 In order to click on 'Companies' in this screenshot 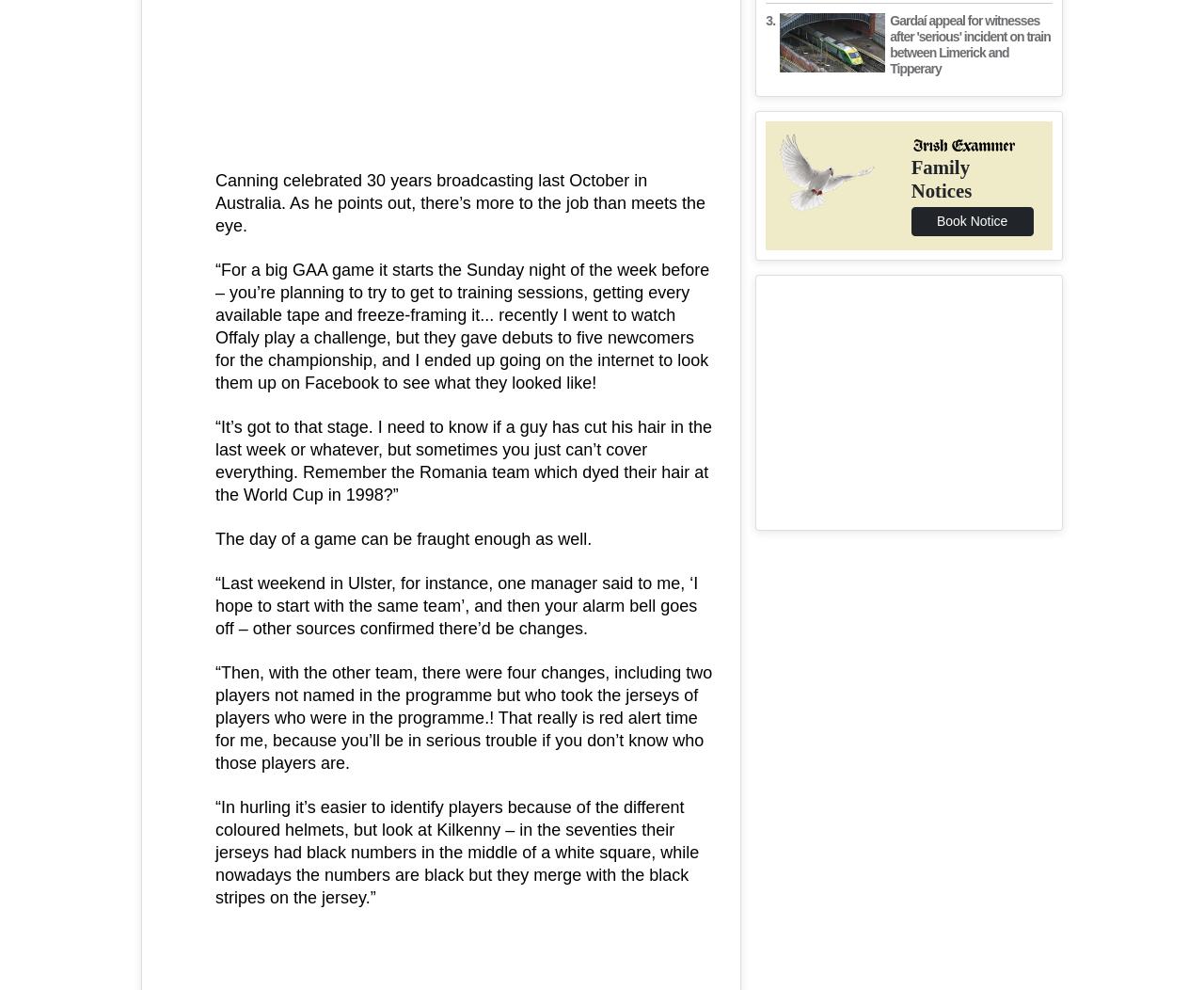, I will do `click(516, 362)`.